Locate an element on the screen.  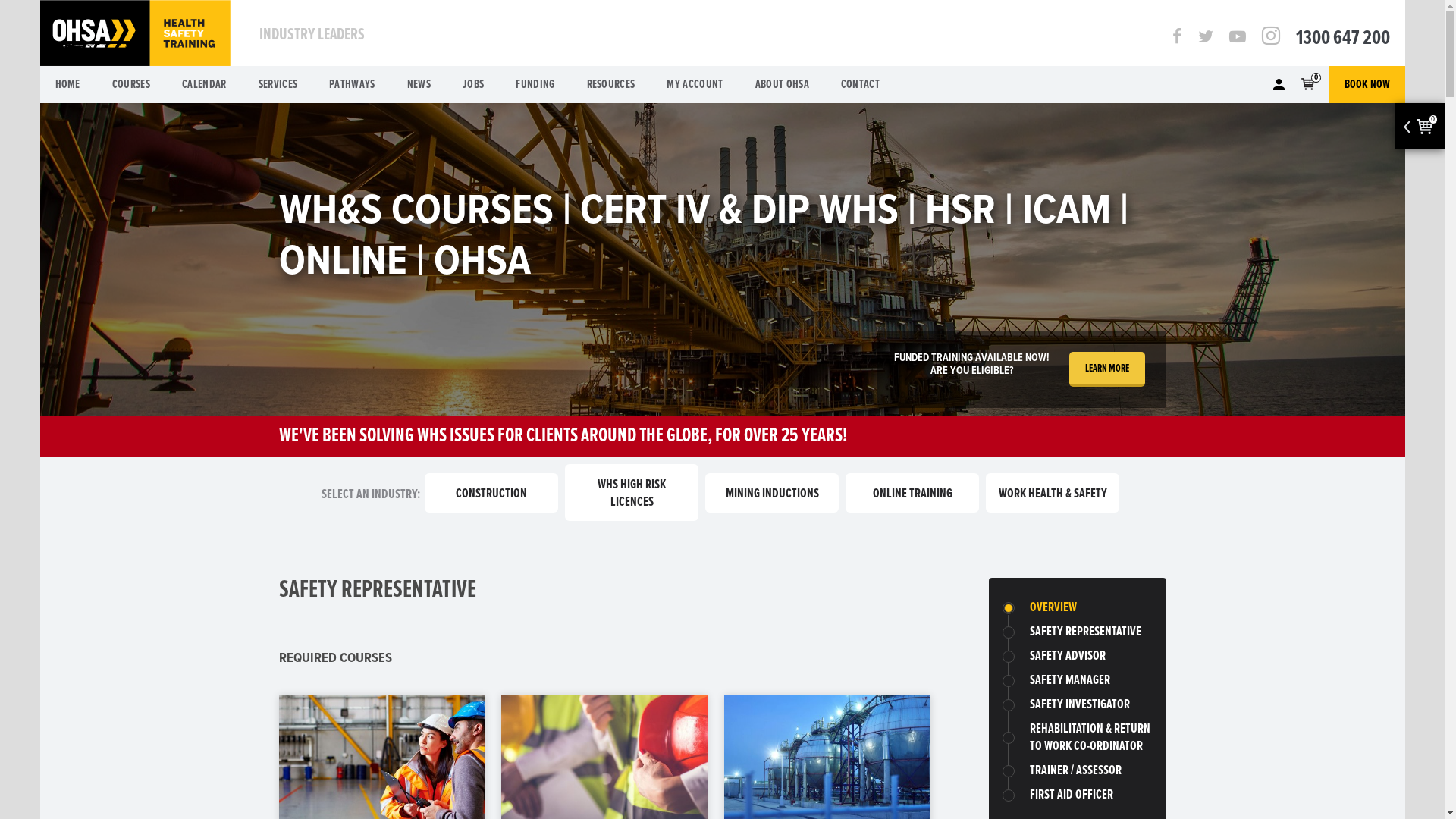
'OHSA' is located at coordinates (134, 33).